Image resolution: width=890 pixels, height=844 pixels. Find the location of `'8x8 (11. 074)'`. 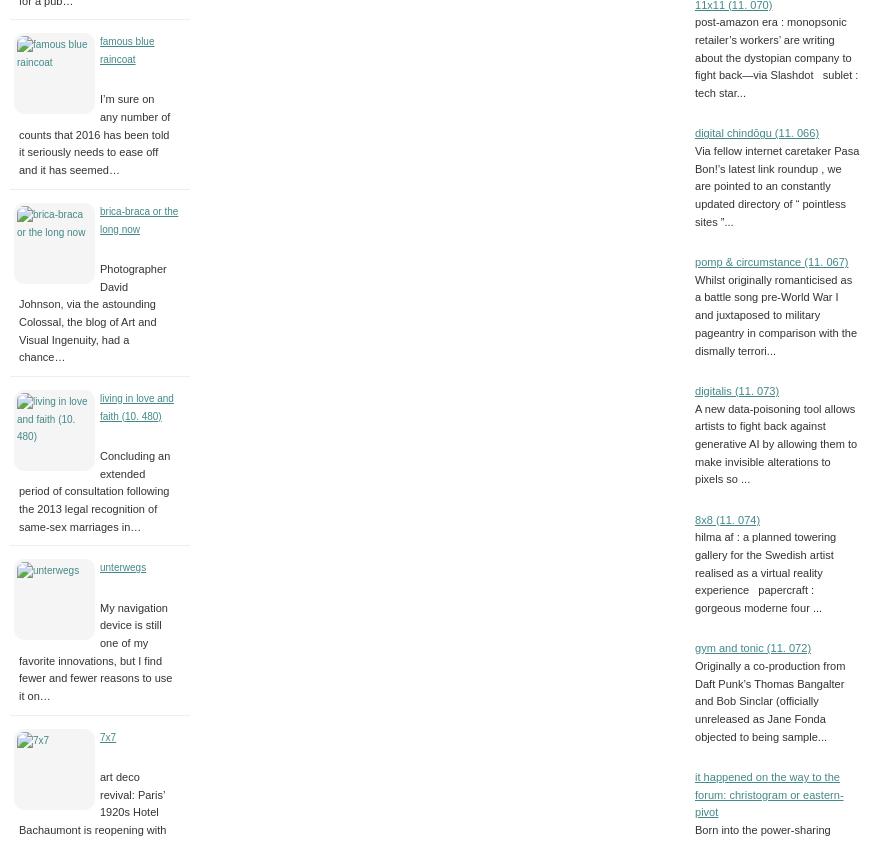

'8x8 (11. 074)' is located at coordinates (694, 517).